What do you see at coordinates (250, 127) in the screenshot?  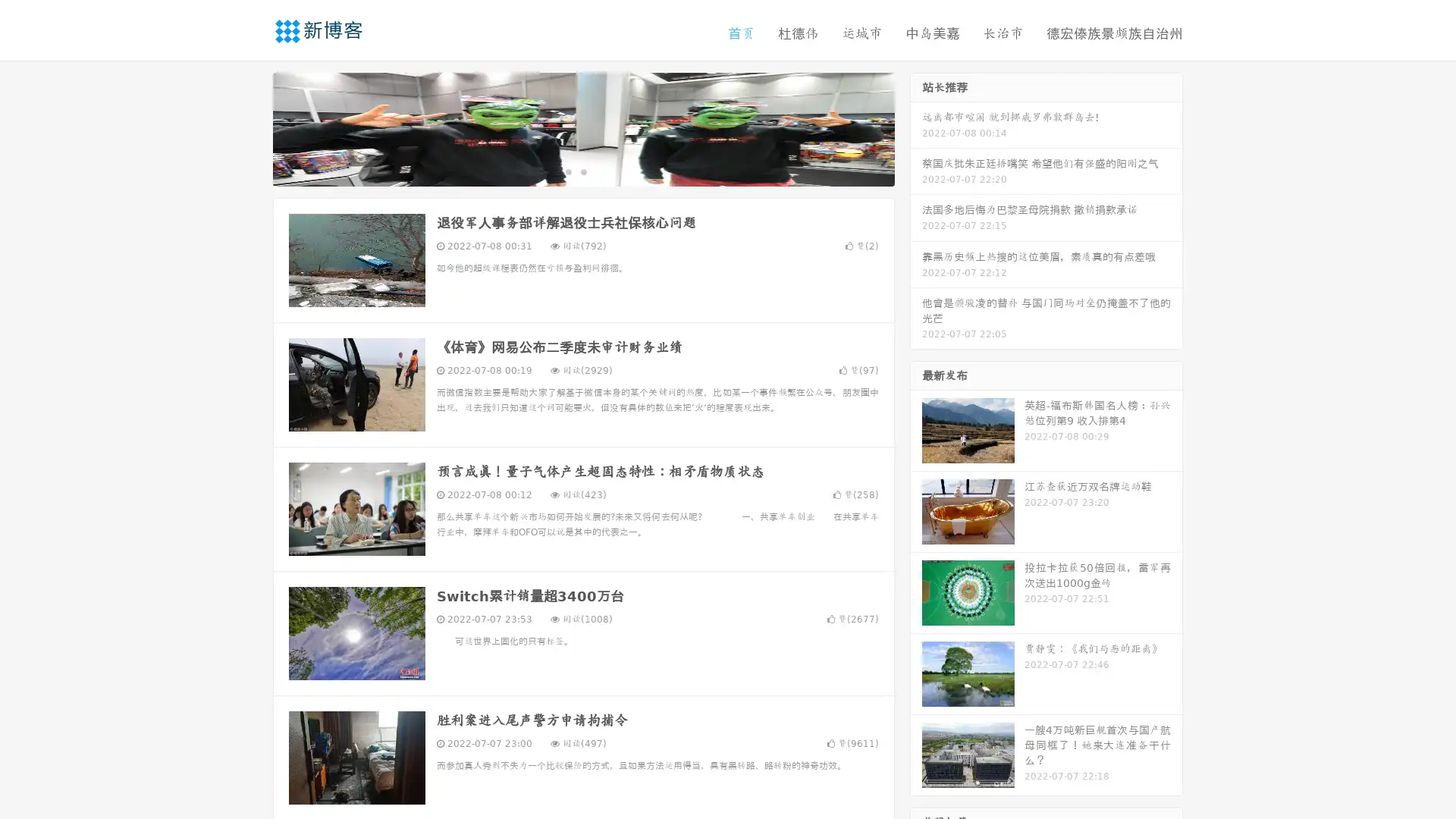 I see `Previous slide` at bounding box center [250, 127].